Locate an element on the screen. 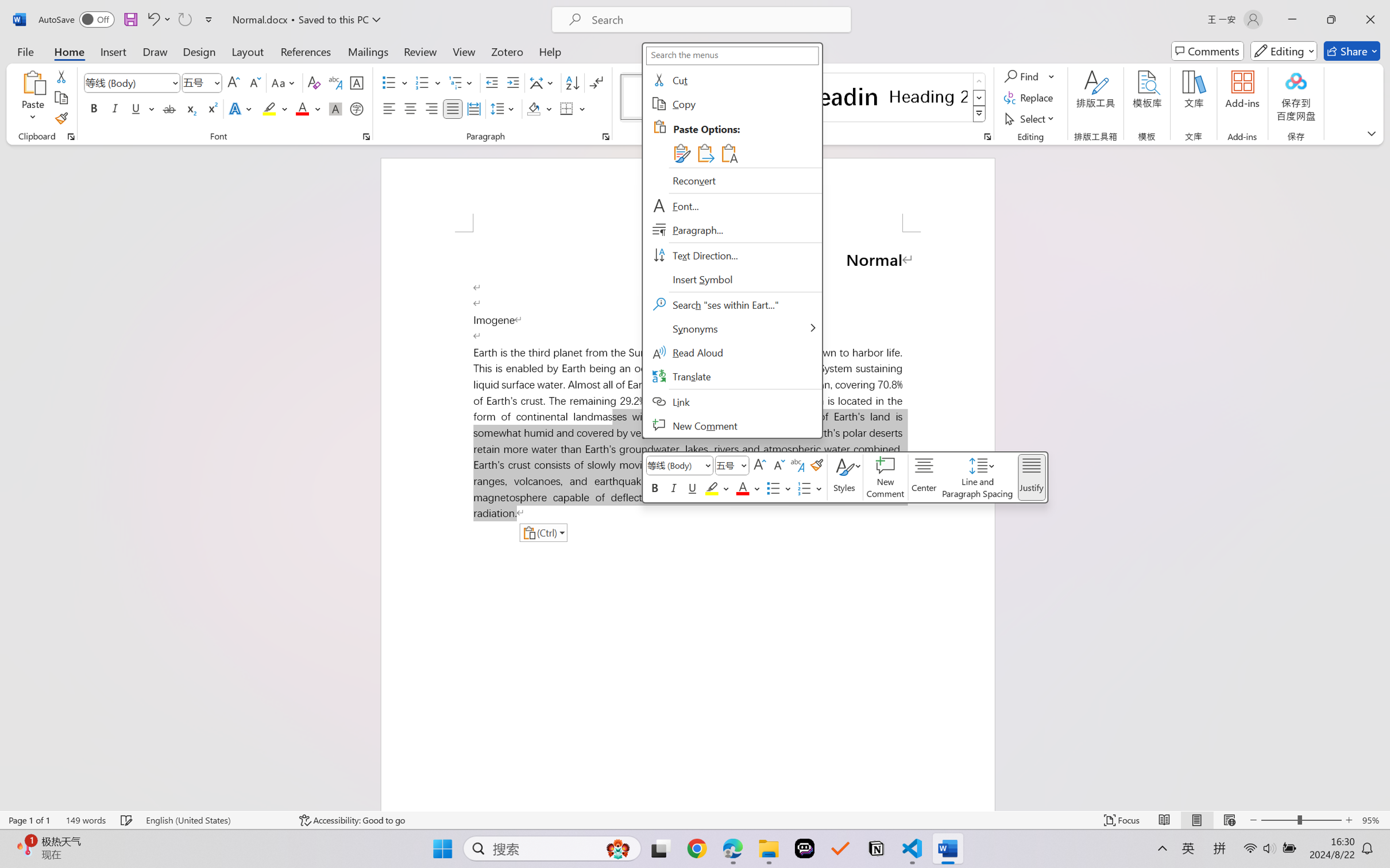 This screenshot has width=1390, height=868. 'Class: MsoCommandBar' is located at coordinates (695, 820).